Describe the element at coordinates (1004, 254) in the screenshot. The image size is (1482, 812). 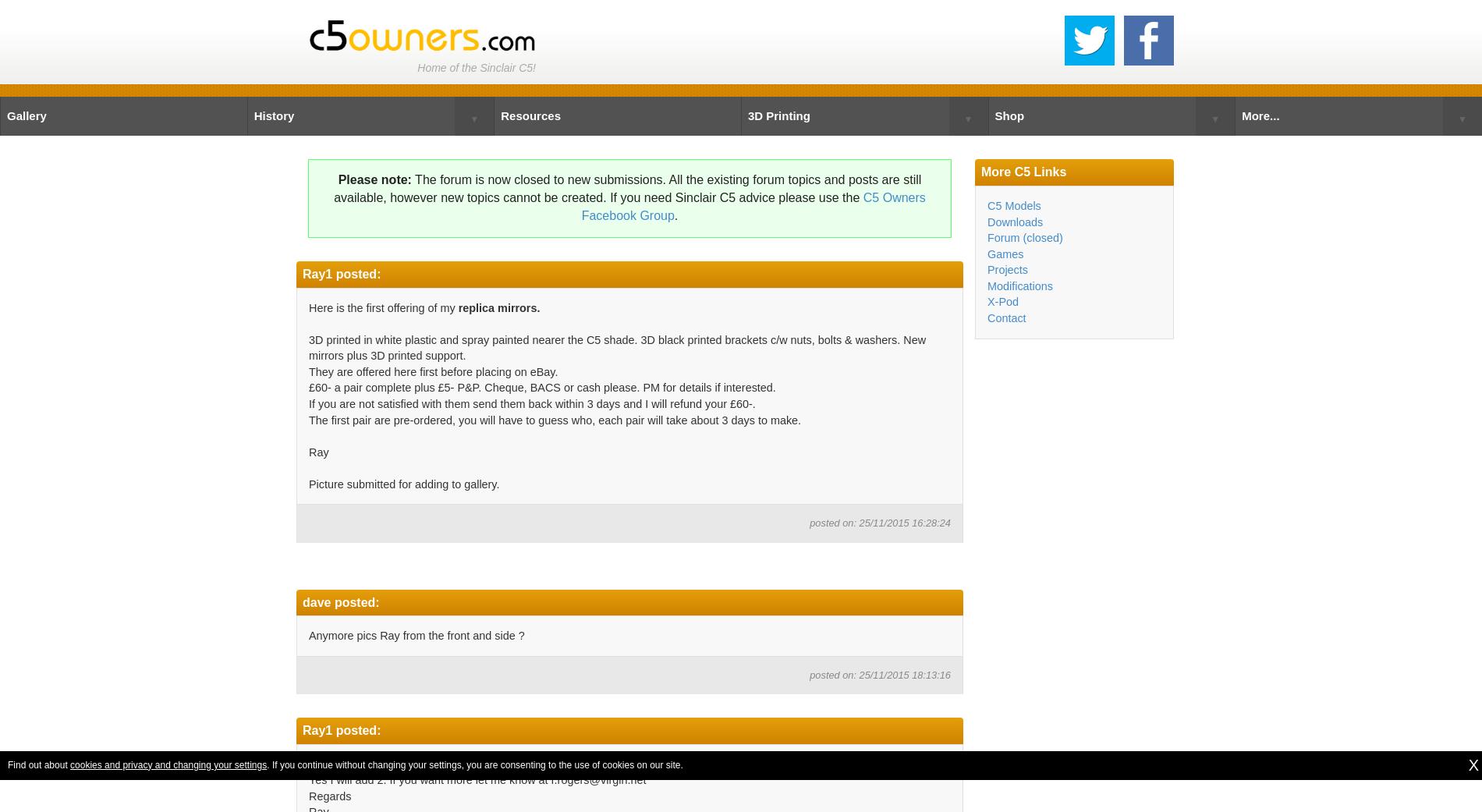
I see `'Games'` at that location.